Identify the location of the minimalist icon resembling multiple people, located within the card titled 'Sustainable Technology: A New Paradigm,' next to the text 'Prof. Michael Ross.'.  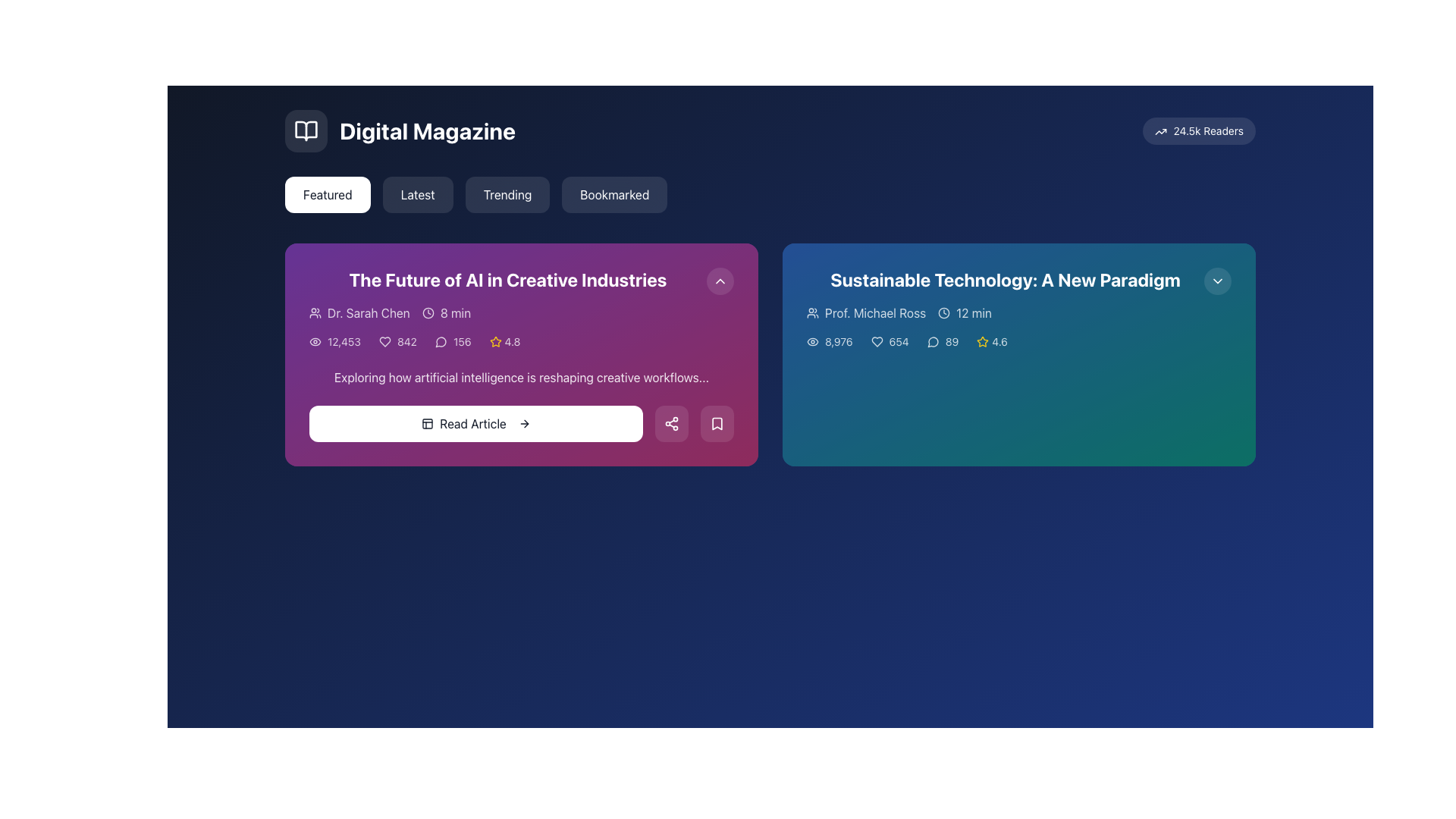
(811, 312).